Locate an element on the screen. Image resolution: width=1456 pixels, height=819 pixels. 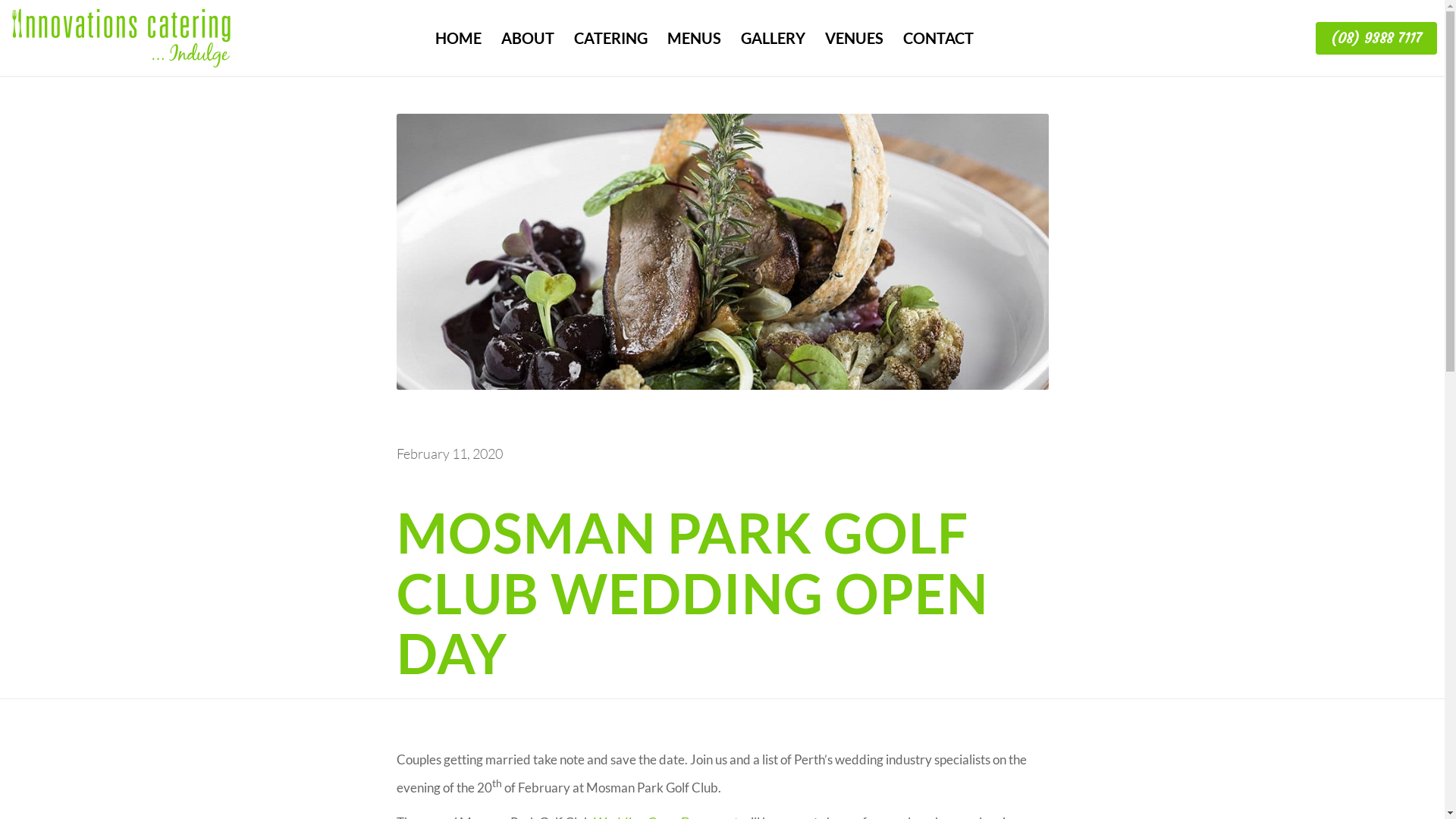
'CONTACT' is located at coordinates (893, 45).